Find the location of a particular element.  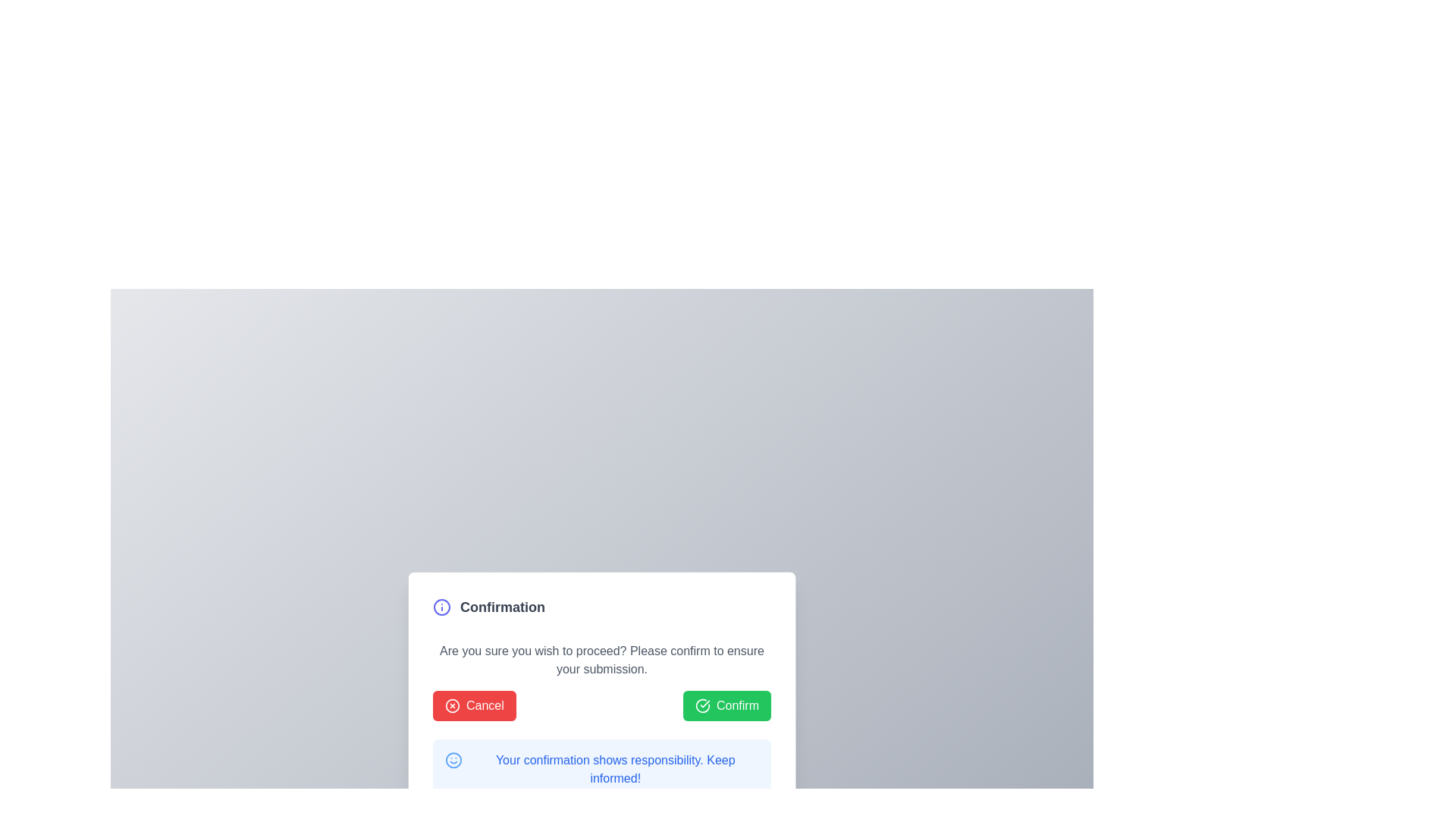

the red 'Cancel' button located at the bottom right corner of the modal dialog box is located at coordinates (473, 705).